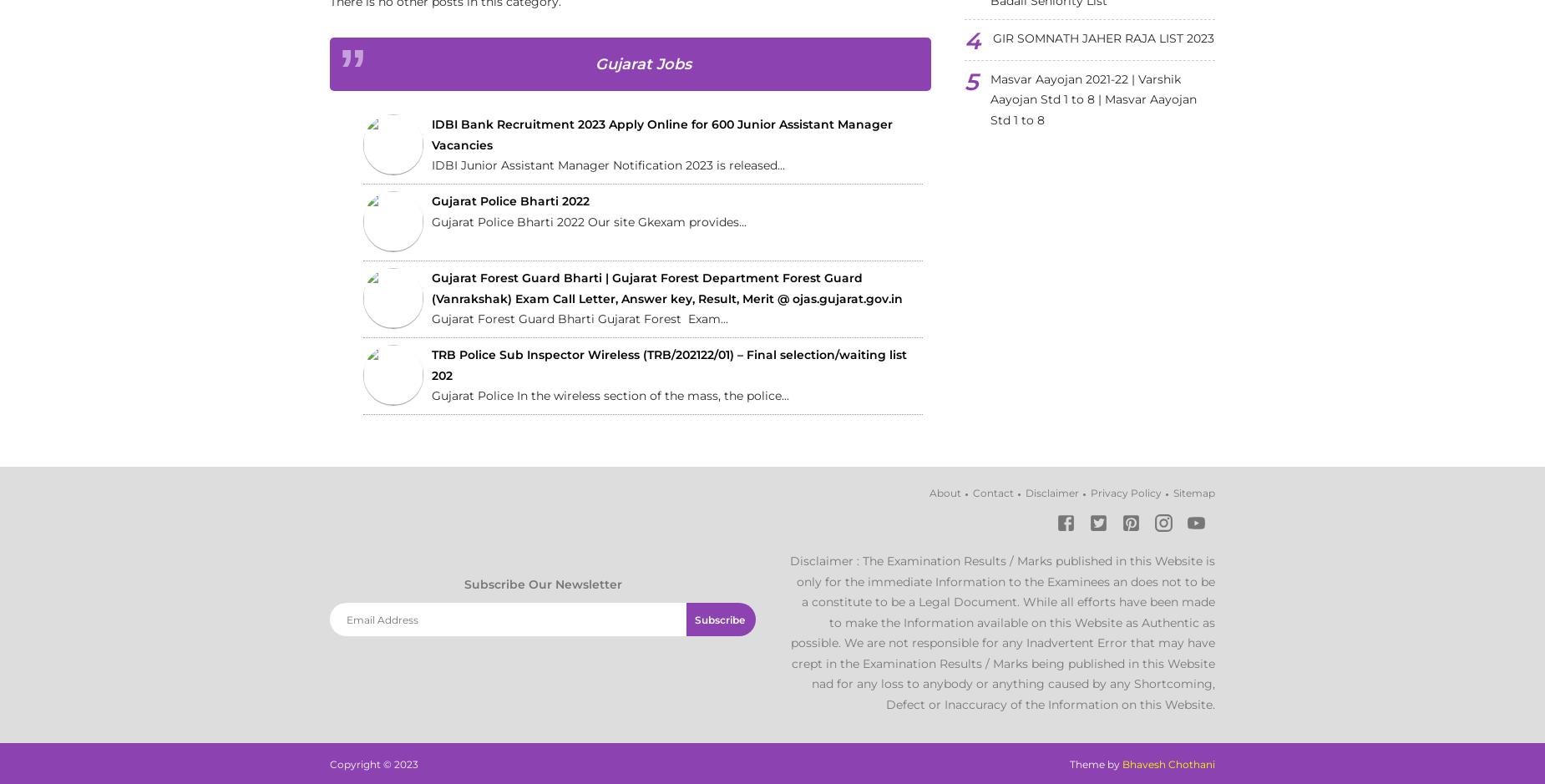  Describe the element at coordinates (1168, 763) in the screenshot. I see `'Bhavesh Chothani'` at that location.